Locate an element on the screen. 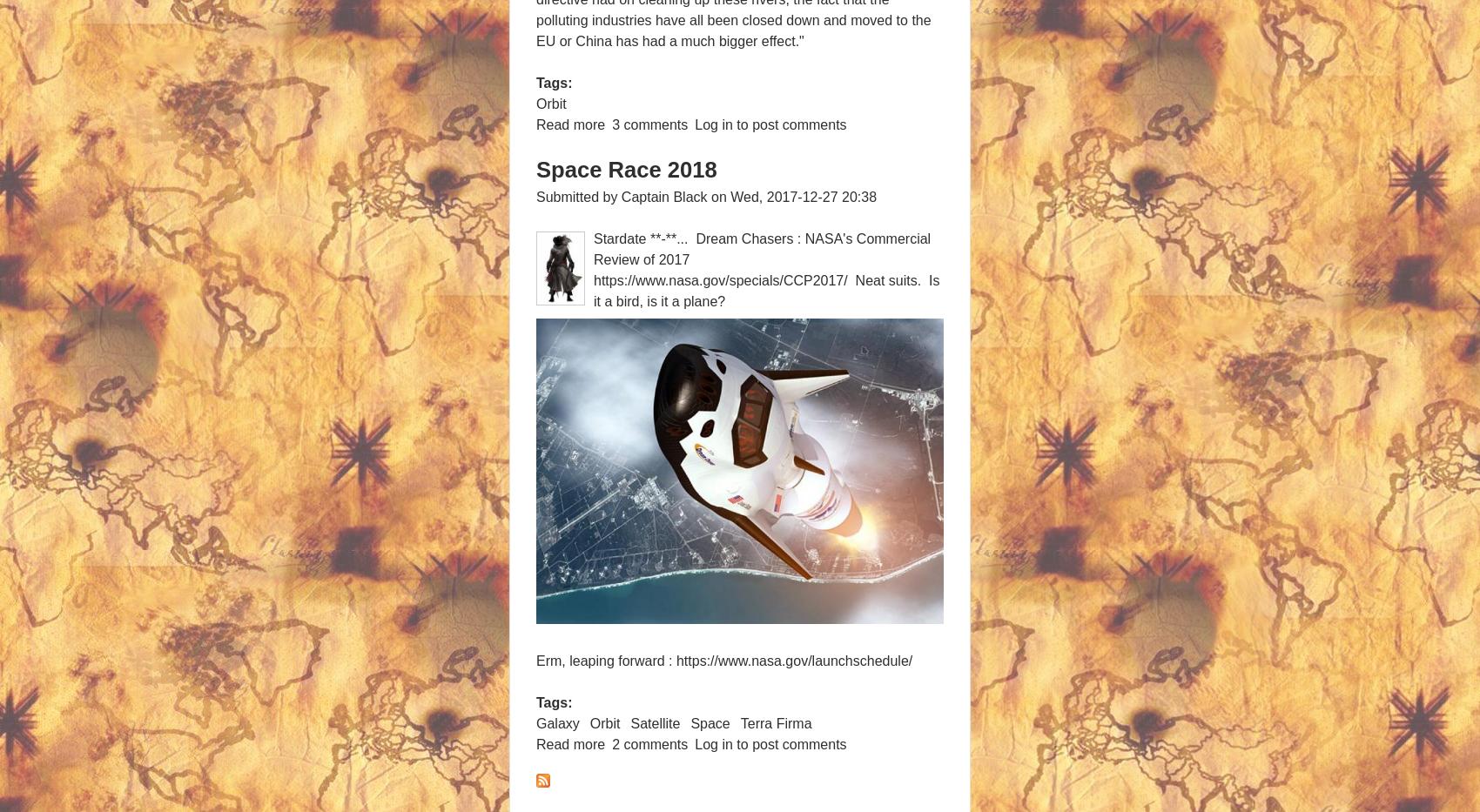  'Erm, leaping forward :' is located at coordinates (535, 659).